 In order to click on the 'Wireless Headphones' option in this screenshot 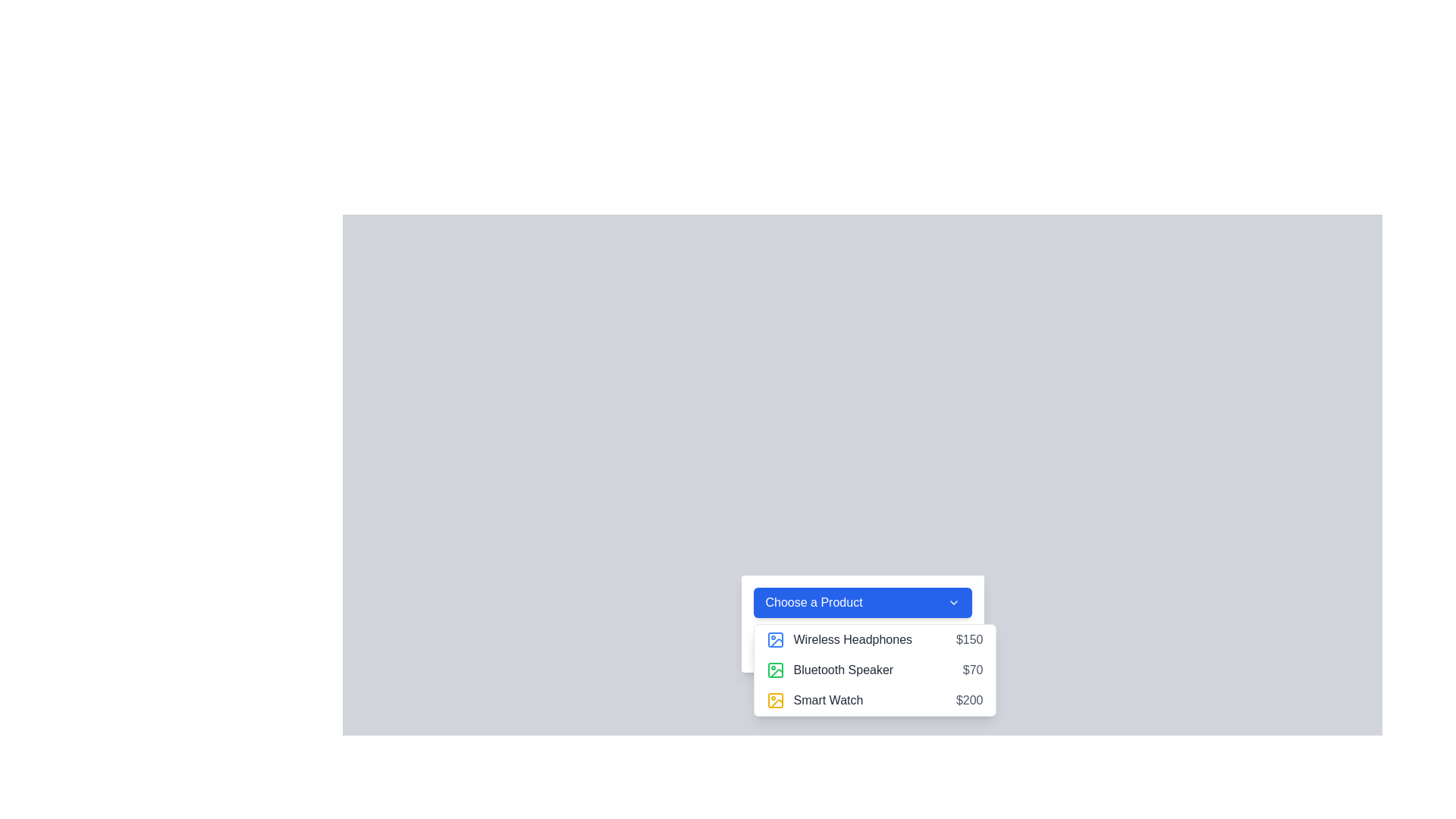, I will do `click(862, 623)`.